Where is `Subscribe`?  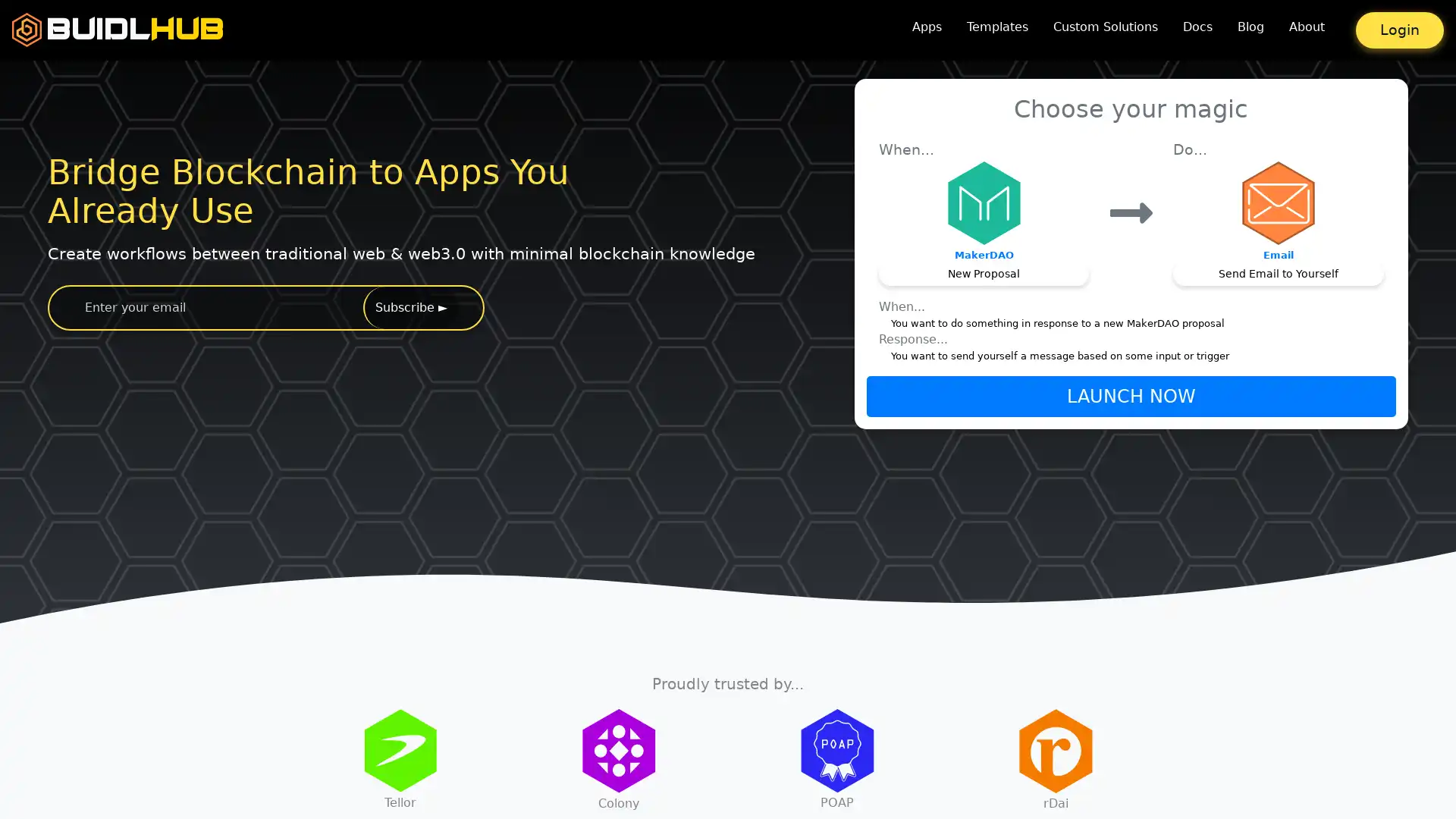
Subscribe is located at coordinates (410, 307).